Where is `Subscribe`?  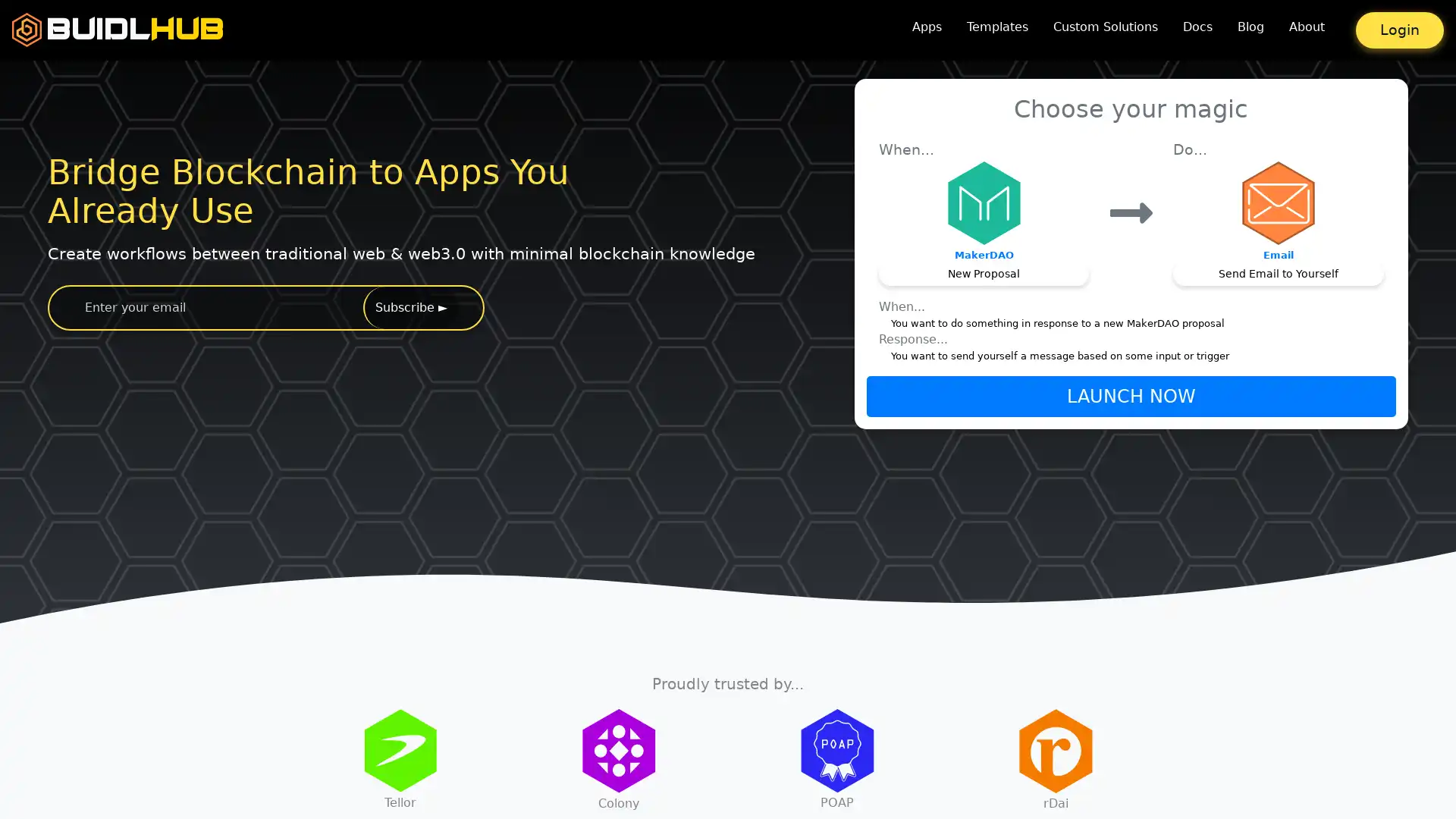
Subscribe is located at coordinates (410, 307).